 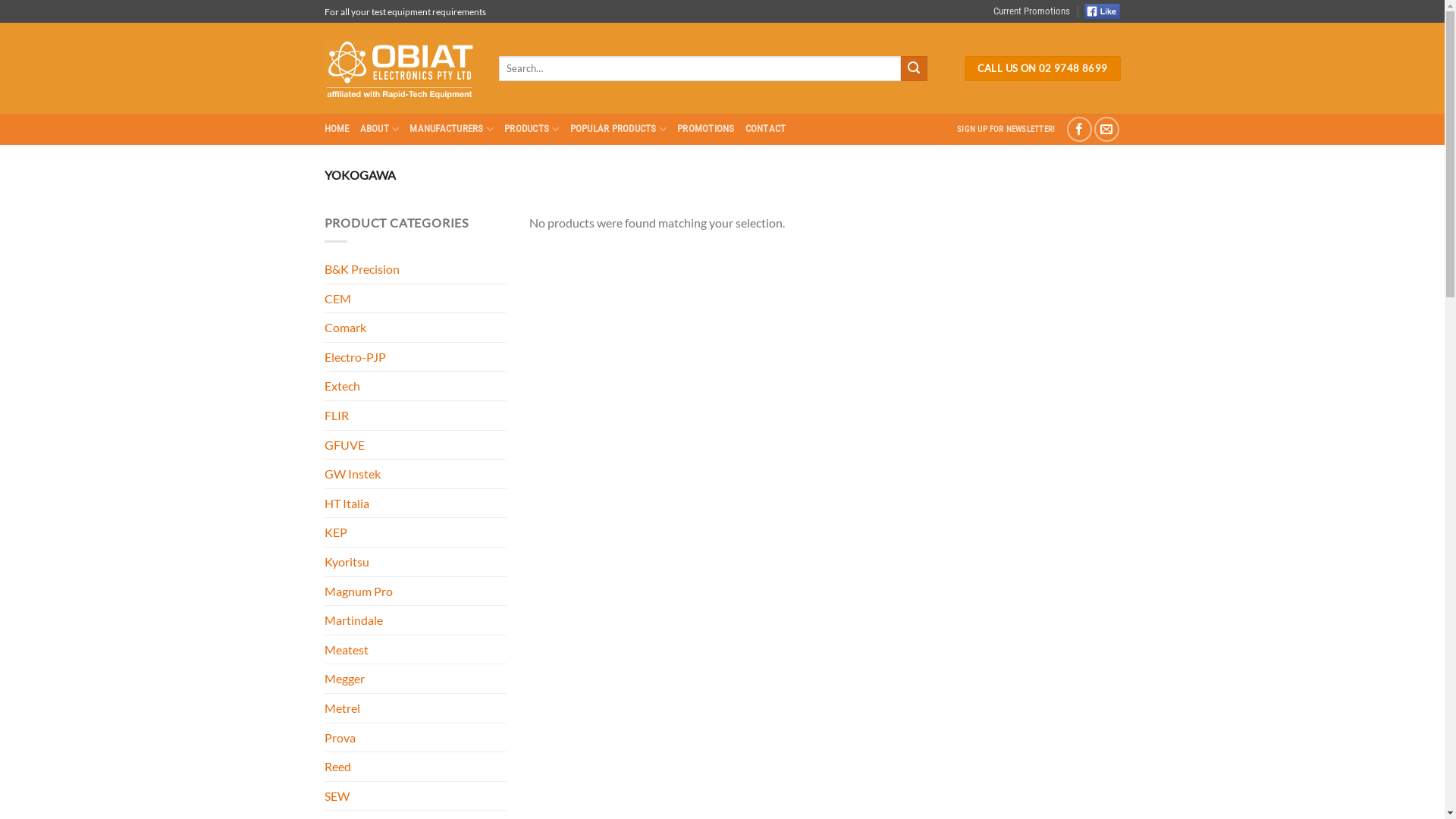 What do you see at coordinates (415, 298) in the screenshot?
I see `'CEM'` at bounding box center [415, 298].